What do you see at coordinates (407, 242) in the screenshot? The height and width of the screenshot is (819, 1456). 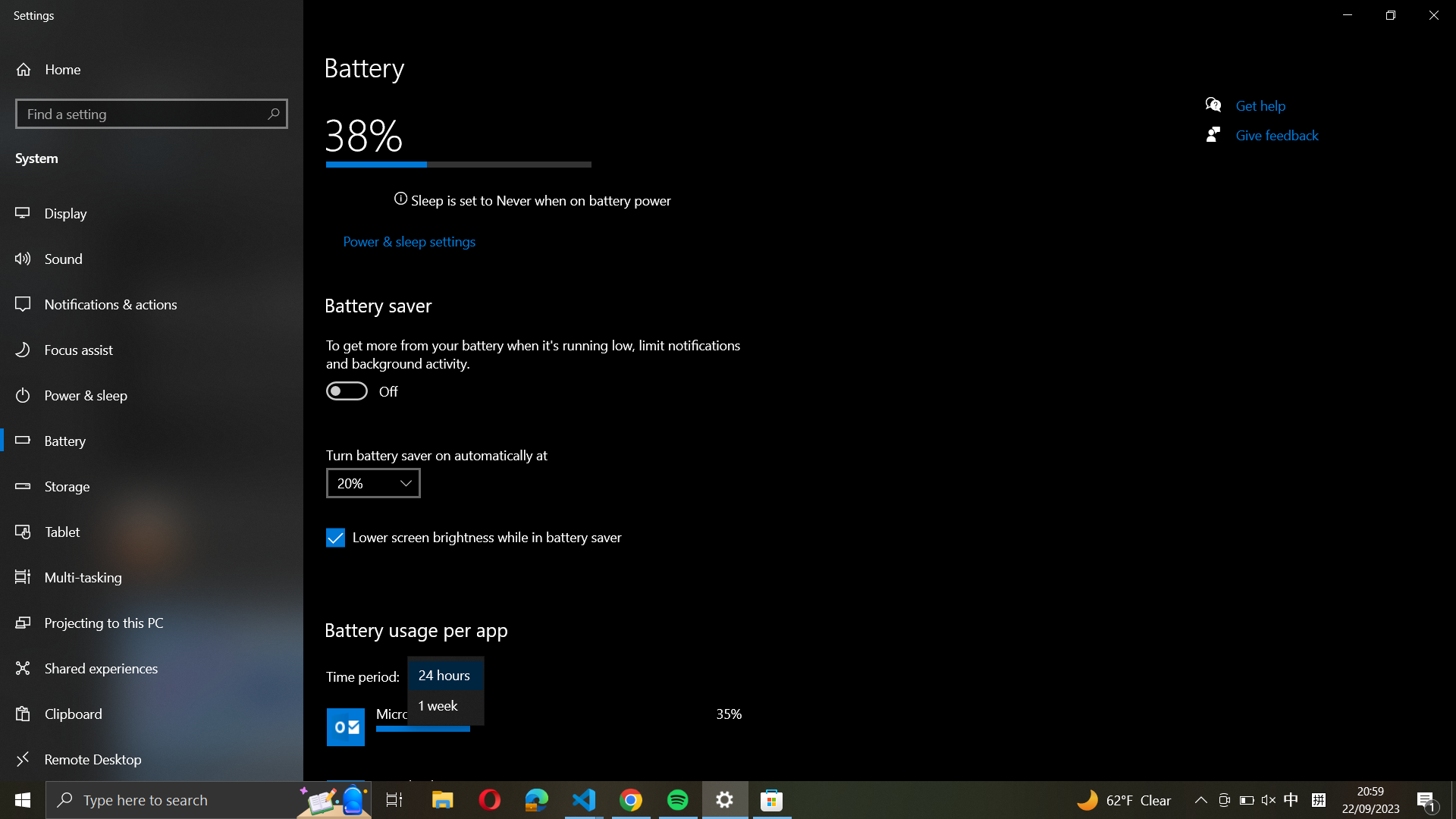 I see `From the left side menu, open "Power & sleep" settings` at bounding box center [407, 242].